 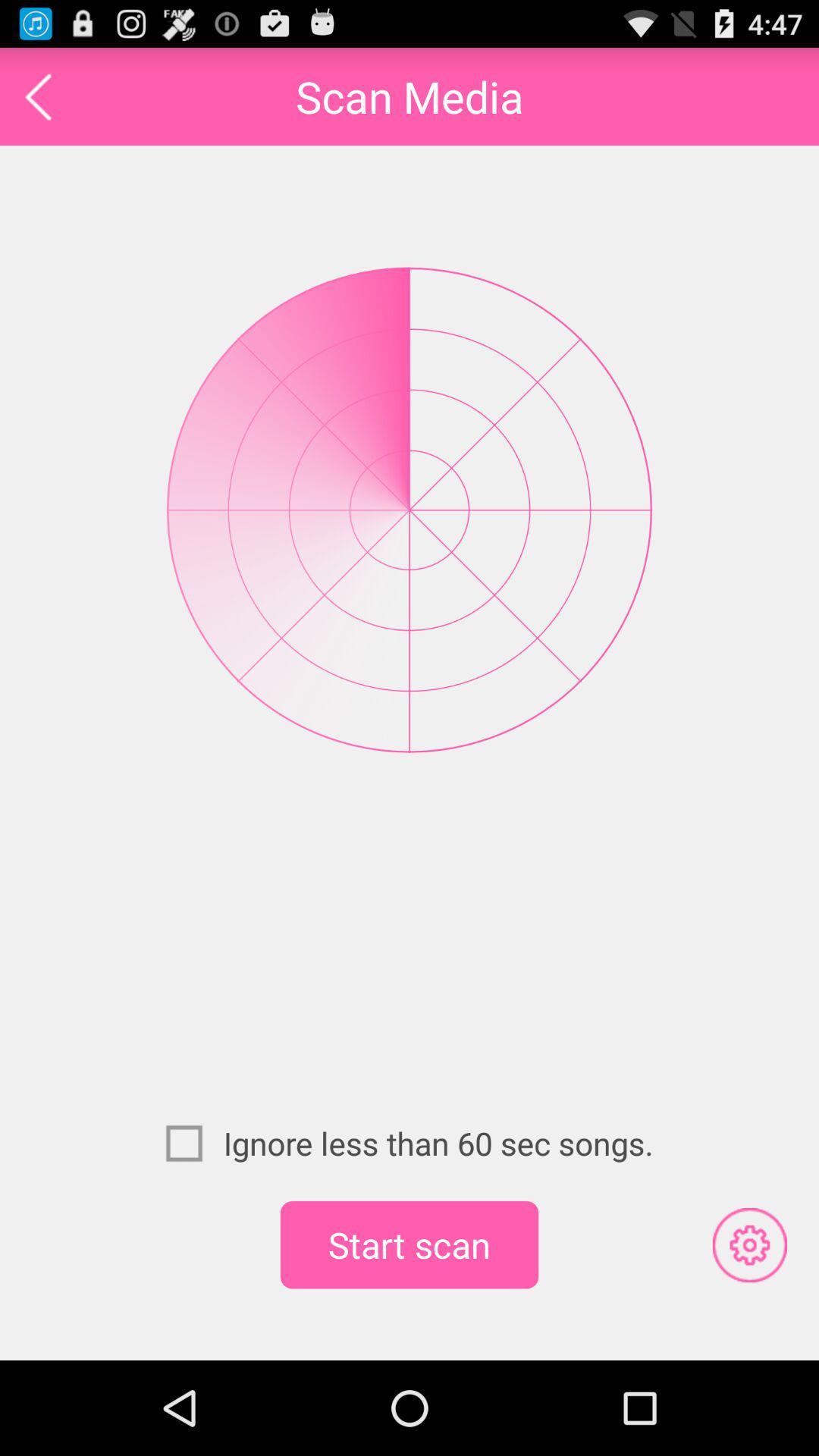 I want to click on the settings icon, so click(x=748, y=1331).